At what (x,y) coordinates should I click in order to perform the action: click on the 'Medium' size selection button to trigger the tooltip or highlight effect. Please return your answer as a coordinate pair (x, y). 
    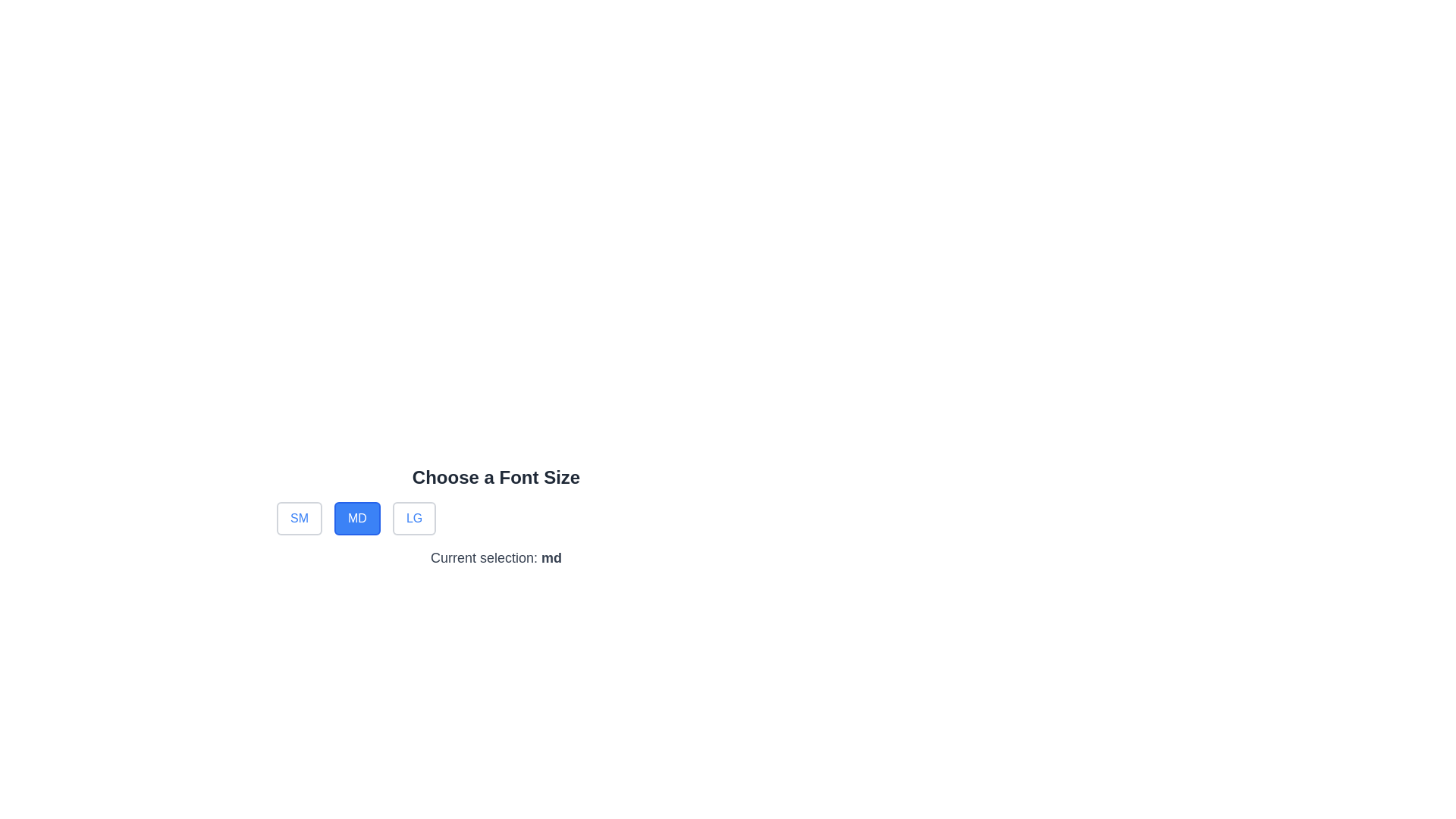
    Looking at the image, I should click on (356, 517).